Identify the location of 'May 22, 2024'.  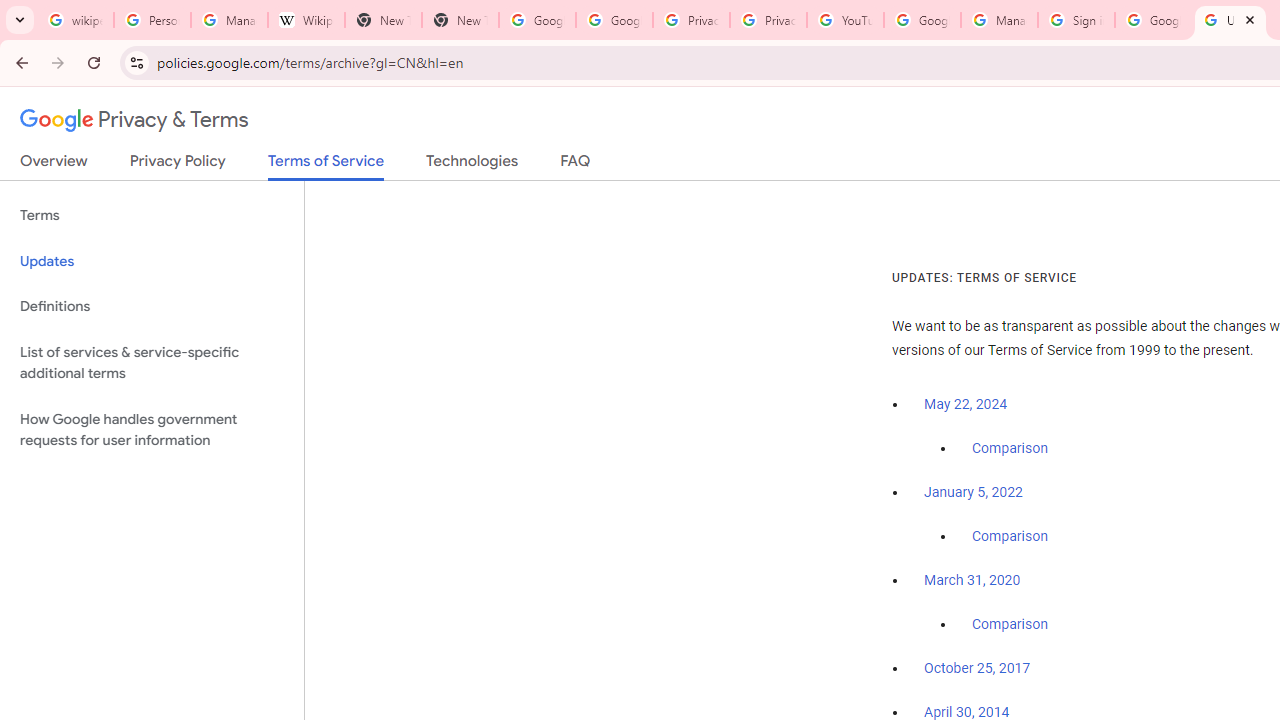
(966, 405).